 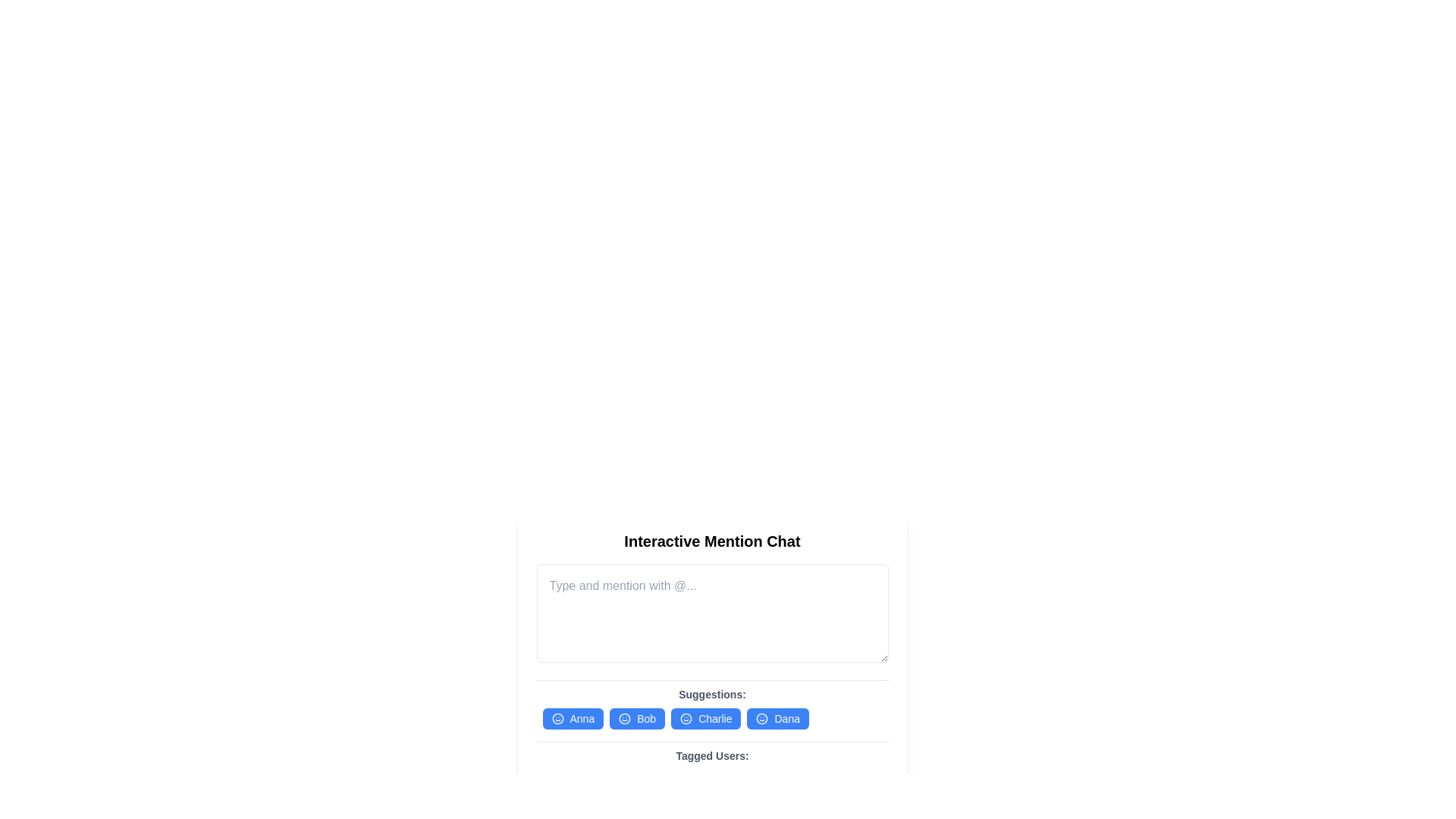 What do you see at coordinates (762, 718) in the screenshot?
I see `the largest circular shape in the smiley face SVG, which serves as the primary background of the icon` at bounding box center [762, 718].